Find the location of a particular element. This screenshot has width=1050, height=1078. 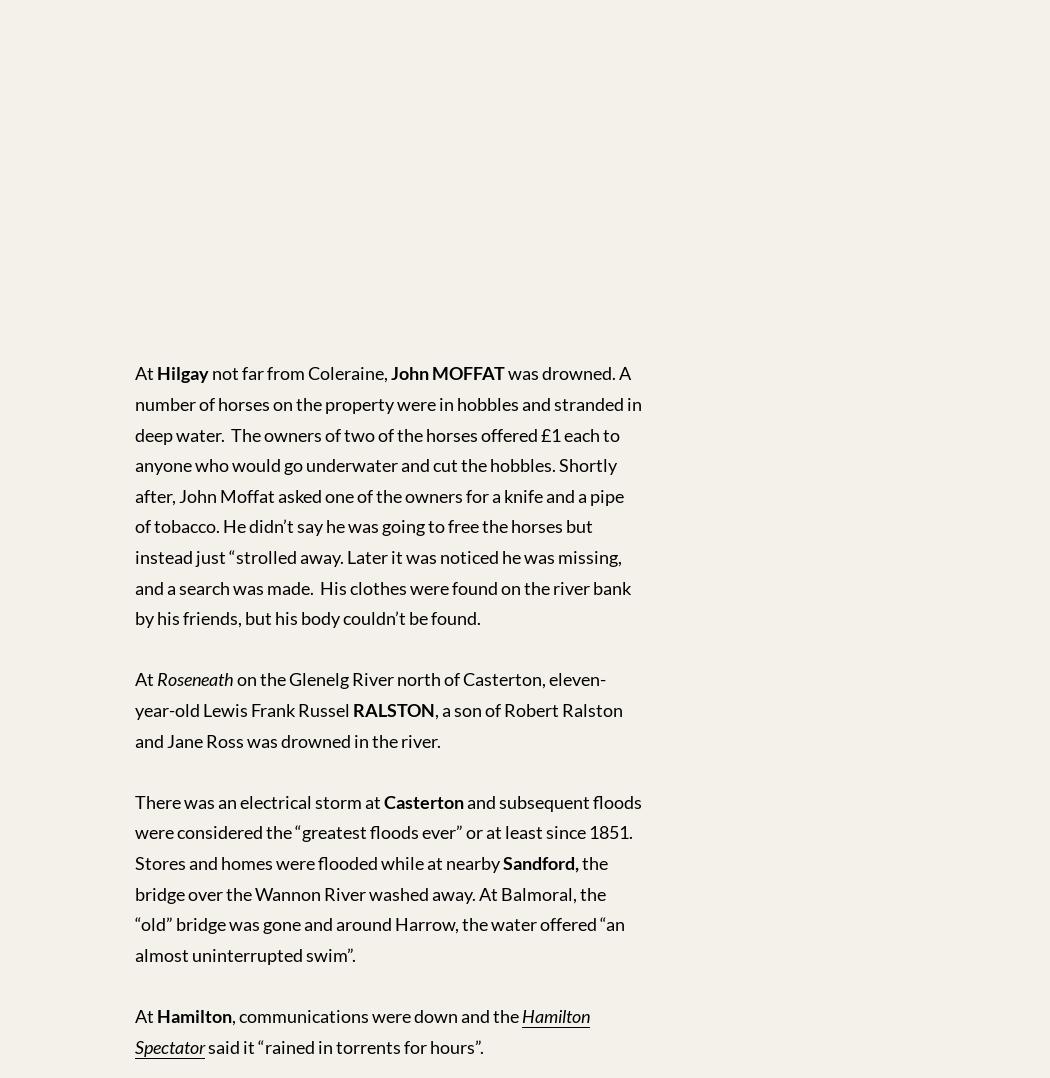

'was drowned. A number of horses on the property were in hobbles and stranded in deep water.  The owners of two of the horses offered £1 each to anyone who would go underwater and cut the hobbles. Shortly after, John Moffat asked one of the owners for a knife and a pipe of tobacco. He didn’t say he was going to free the horses but instead just “strolled away. Later it was noticed he was missing, and a search was made.  His clothes were found on the river bank by his friends, but his body couldn’t be found.' is located at coordinates (134, 494).